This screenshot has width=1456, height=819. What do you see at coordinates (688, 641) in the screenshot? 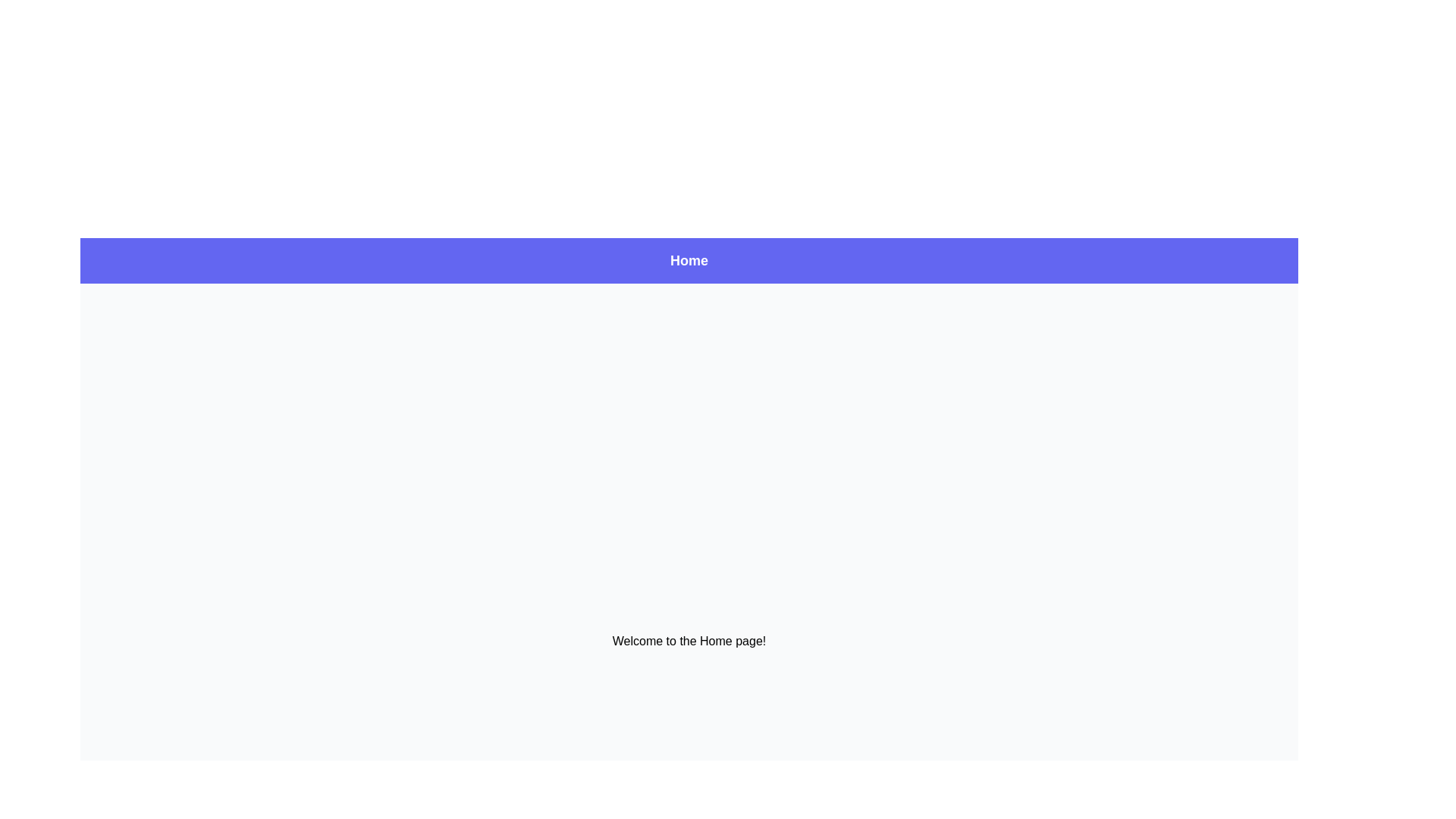
I see `the centered text element displaying the greeting message 'Welcome to the Home page!'` at bounding box center [688, 641].